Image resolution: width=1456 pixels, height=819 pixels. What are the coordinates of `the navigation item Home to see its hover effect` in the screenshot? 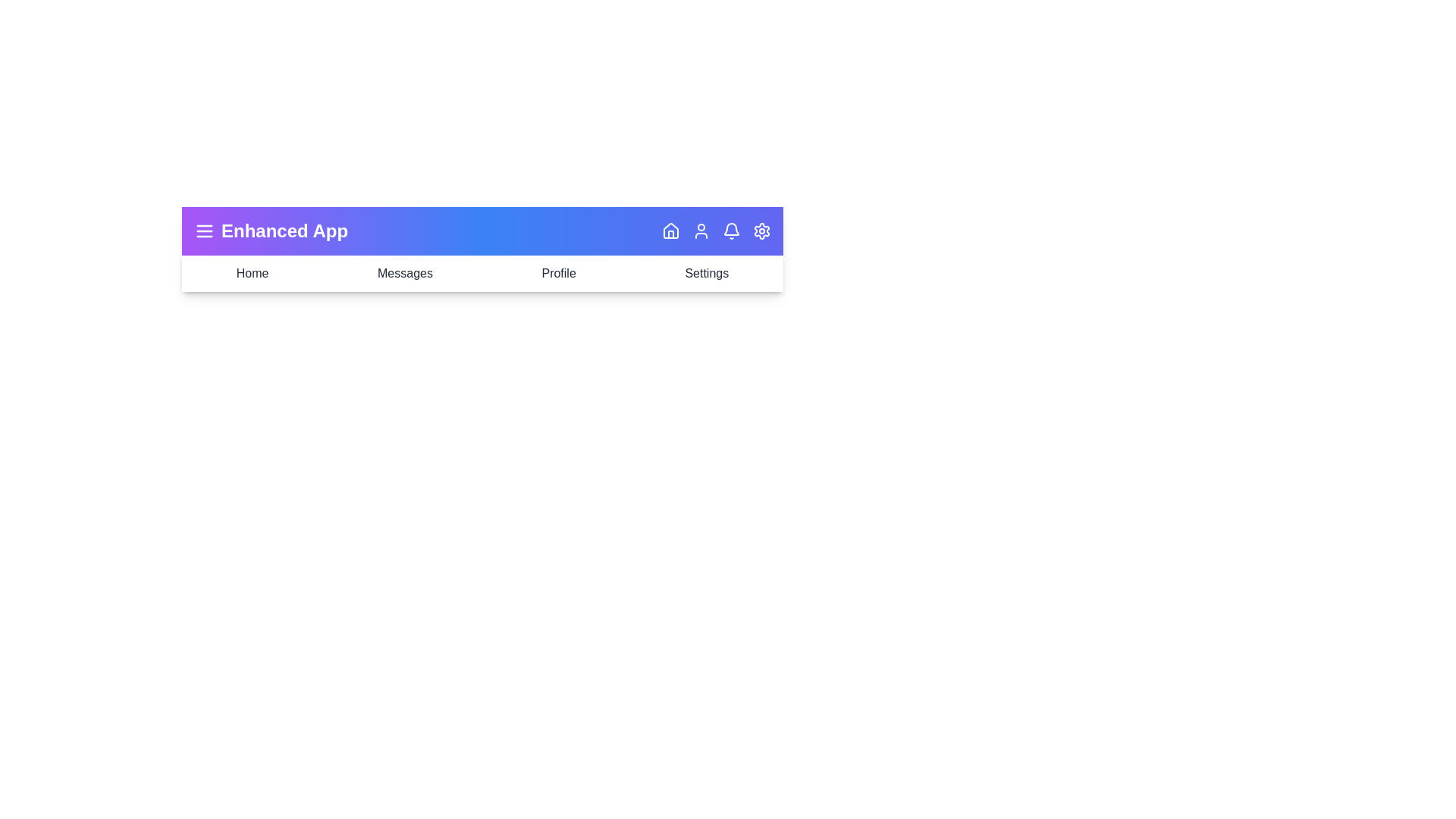 It's located at (252, 274).